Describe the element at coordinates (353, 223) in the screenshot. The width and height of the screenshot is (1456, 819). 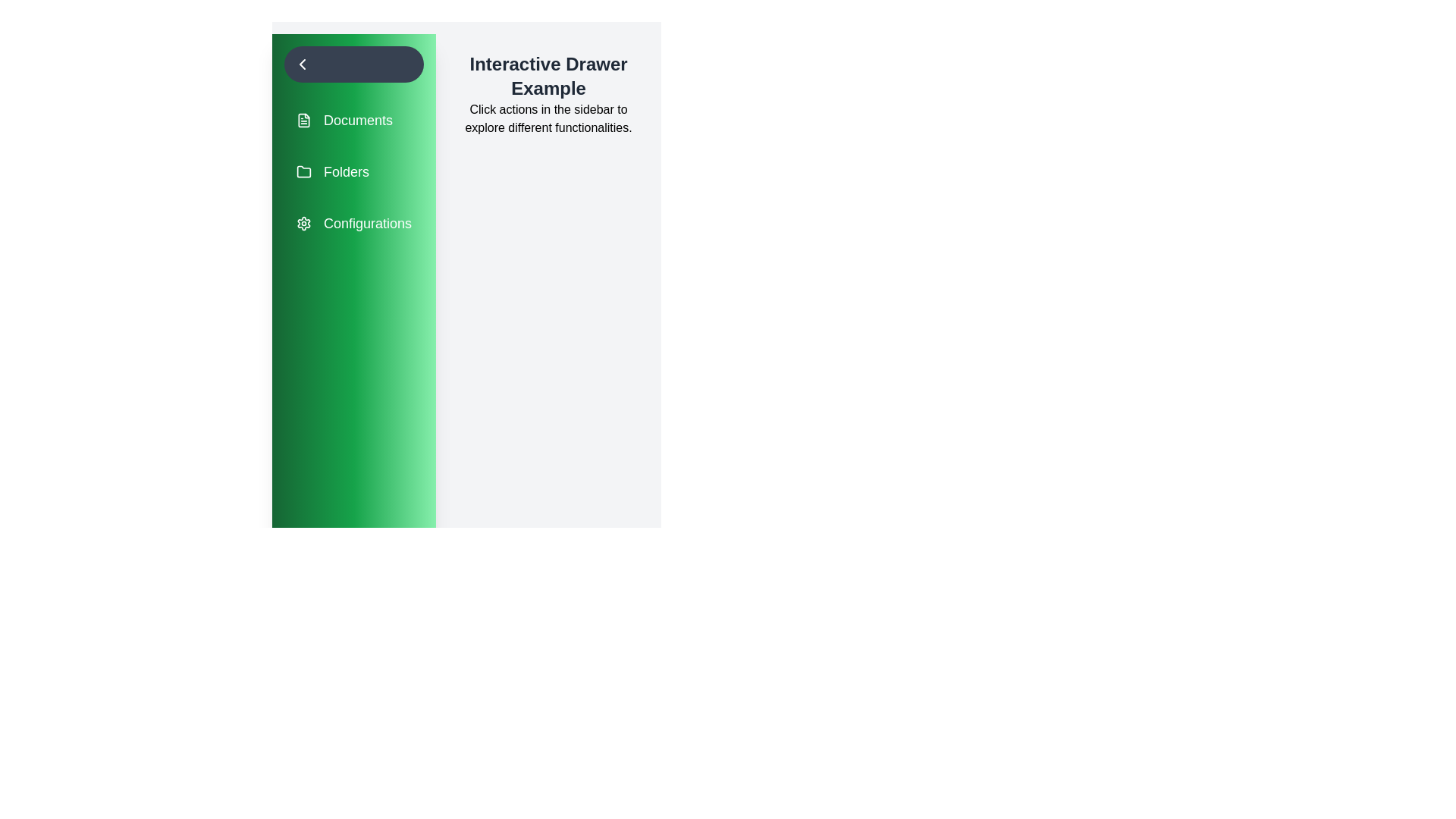
I see `the menu item labeled 'Configurations' to highlight it` at that location.